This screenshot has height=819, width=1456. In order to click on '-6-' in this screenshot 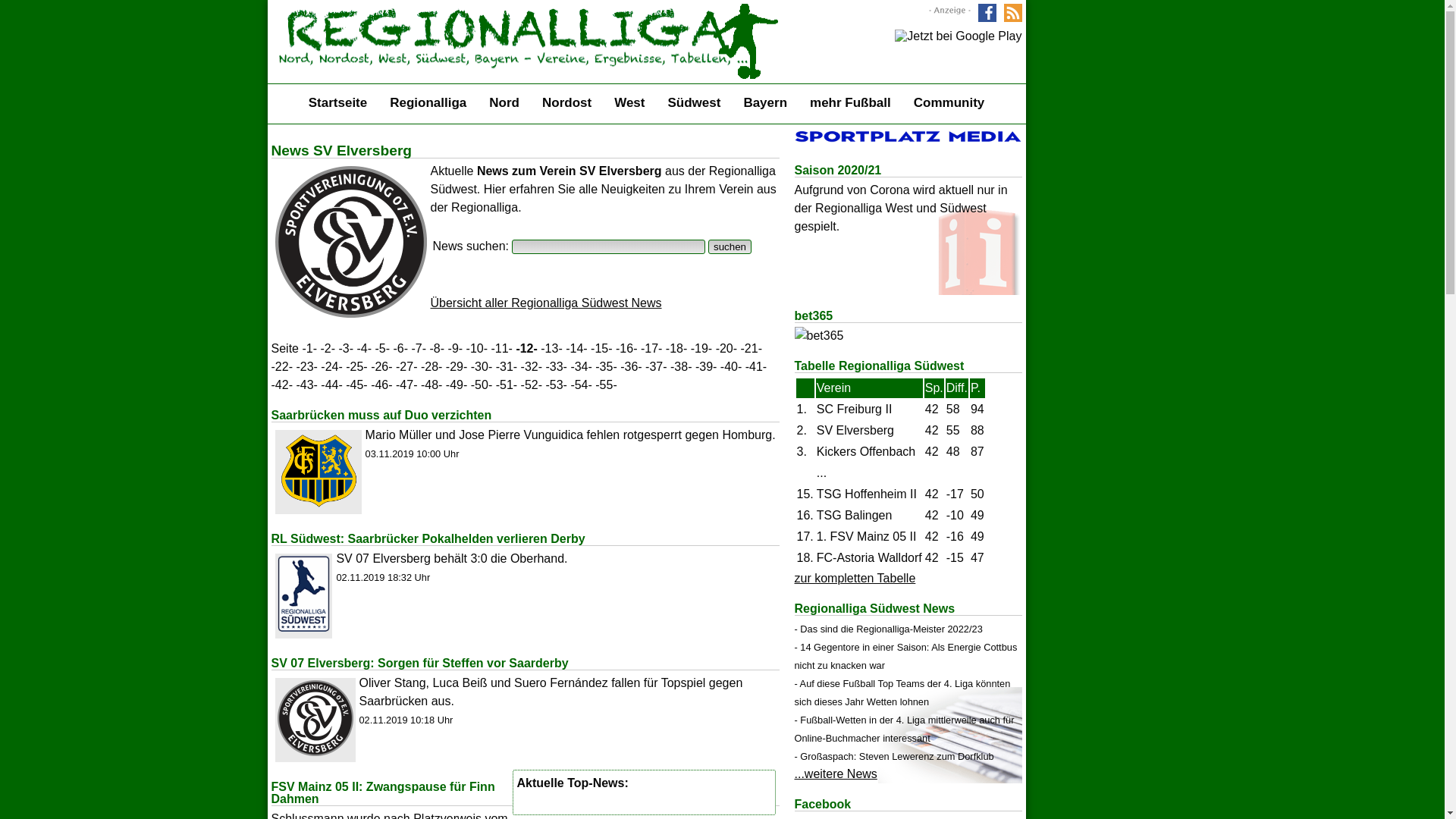, I will do `click(400, 348)`.